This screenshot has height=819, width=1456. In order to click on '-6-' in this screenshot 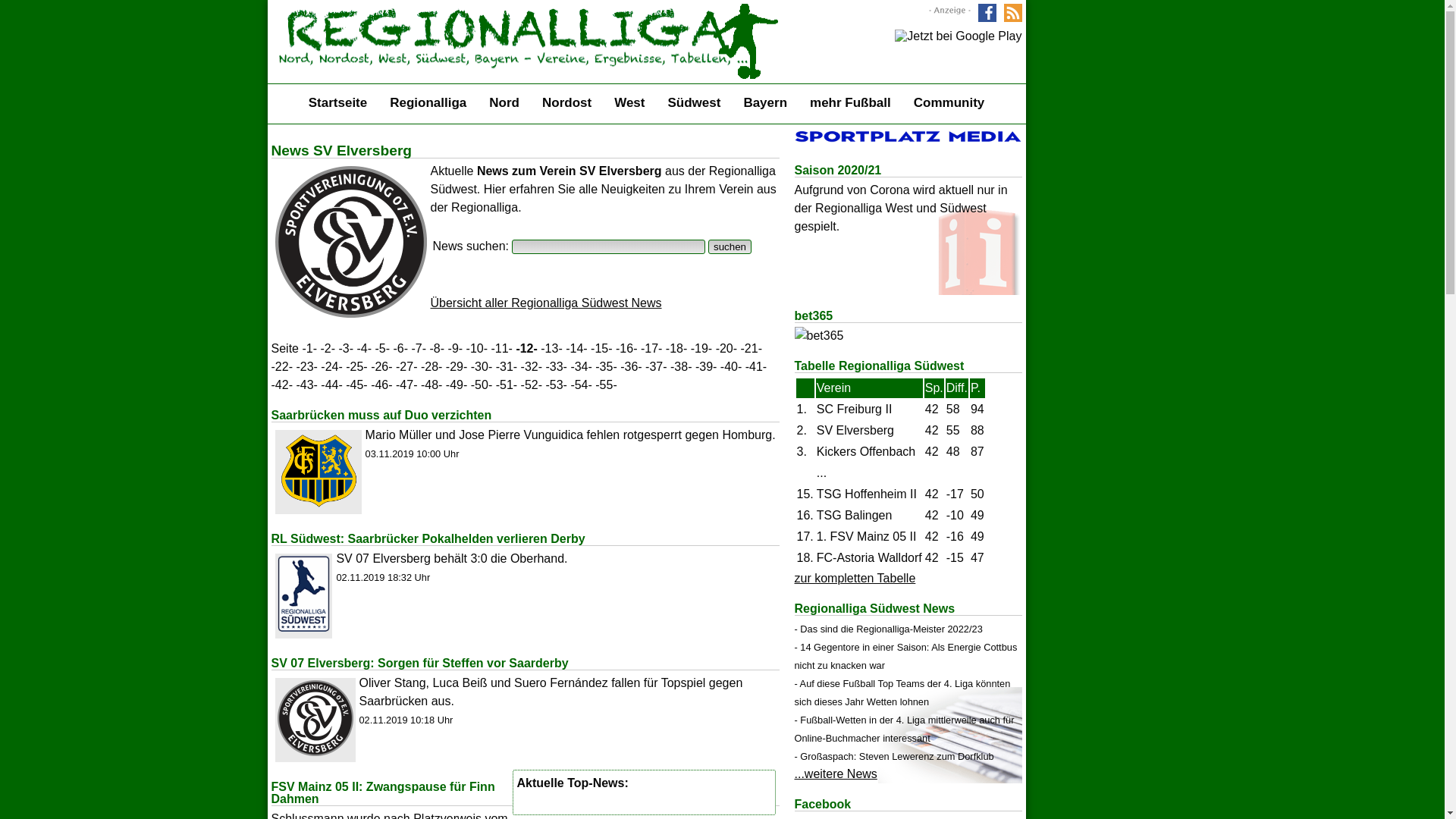, I will do `click(400, 348)`.